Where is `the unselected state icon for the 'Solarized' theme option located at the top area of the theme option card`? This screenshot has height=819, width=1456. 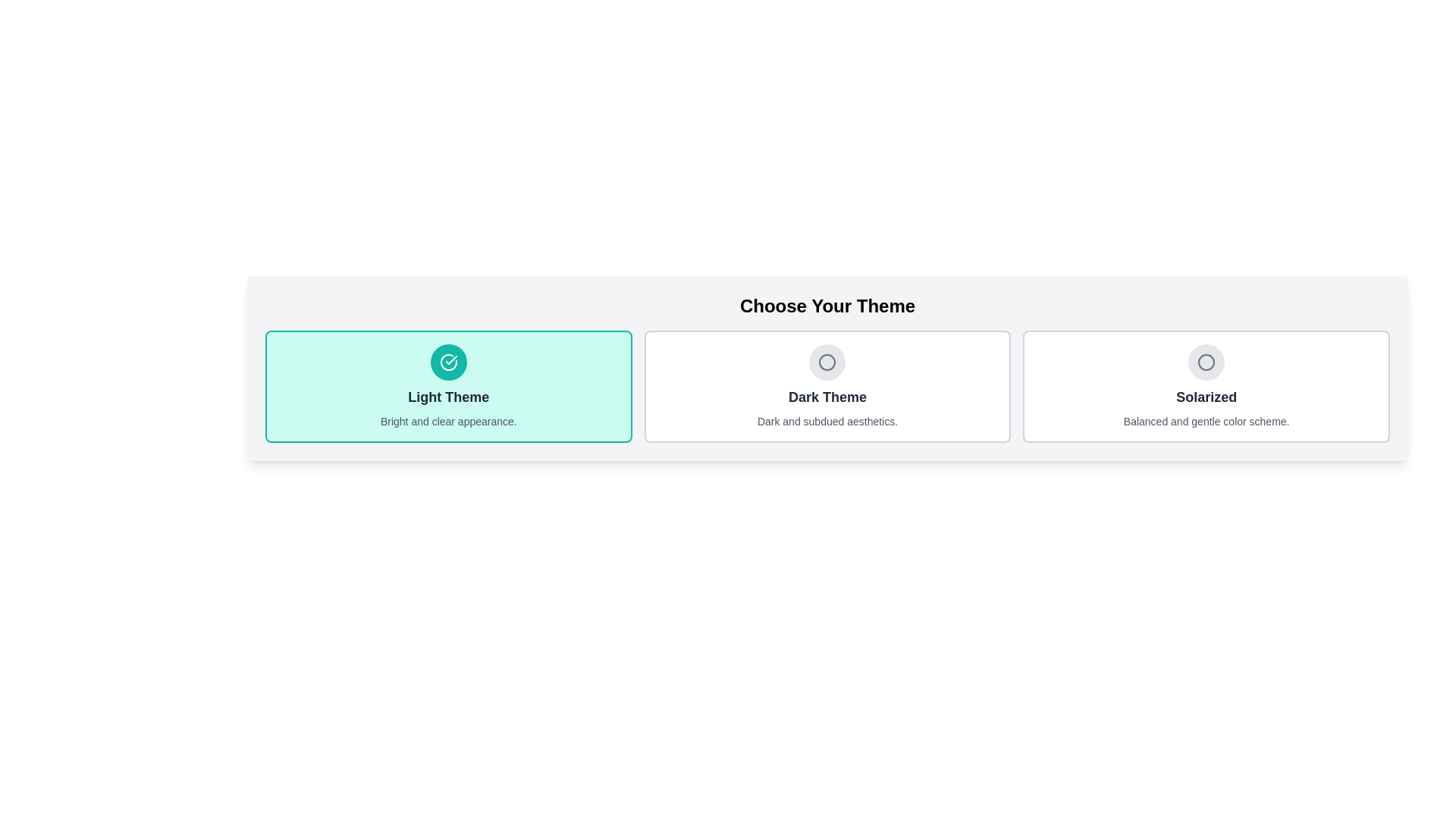 the unselected state icon for the 'Solarized' theme option located at the top area of the theme option card is located at coordinates (1205, 362).